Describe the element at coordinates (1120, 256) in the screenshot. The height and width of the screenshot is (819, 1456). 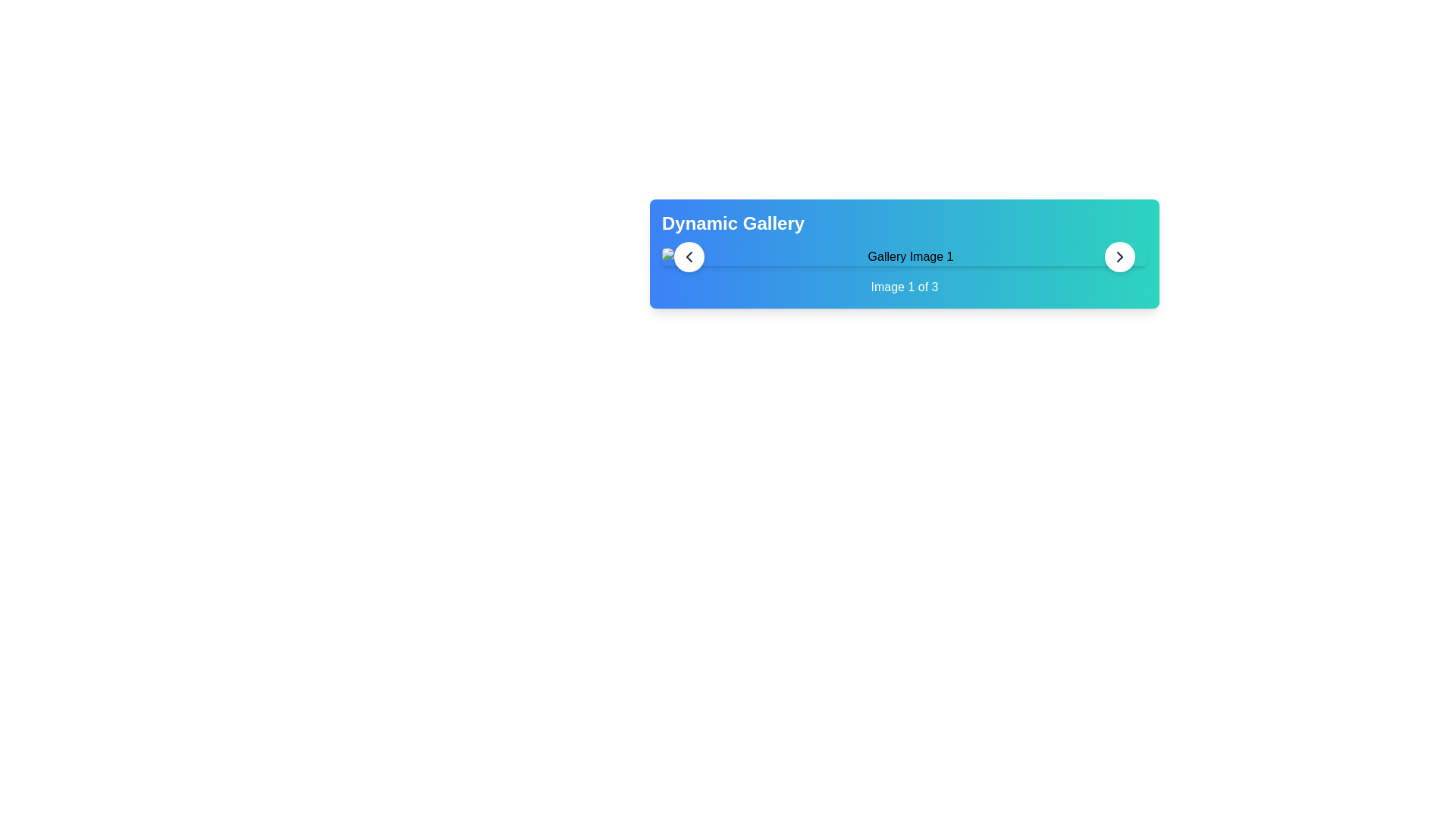
I see `the rightmost button in the horizontal gallery section to activate visual feedback` at that location.